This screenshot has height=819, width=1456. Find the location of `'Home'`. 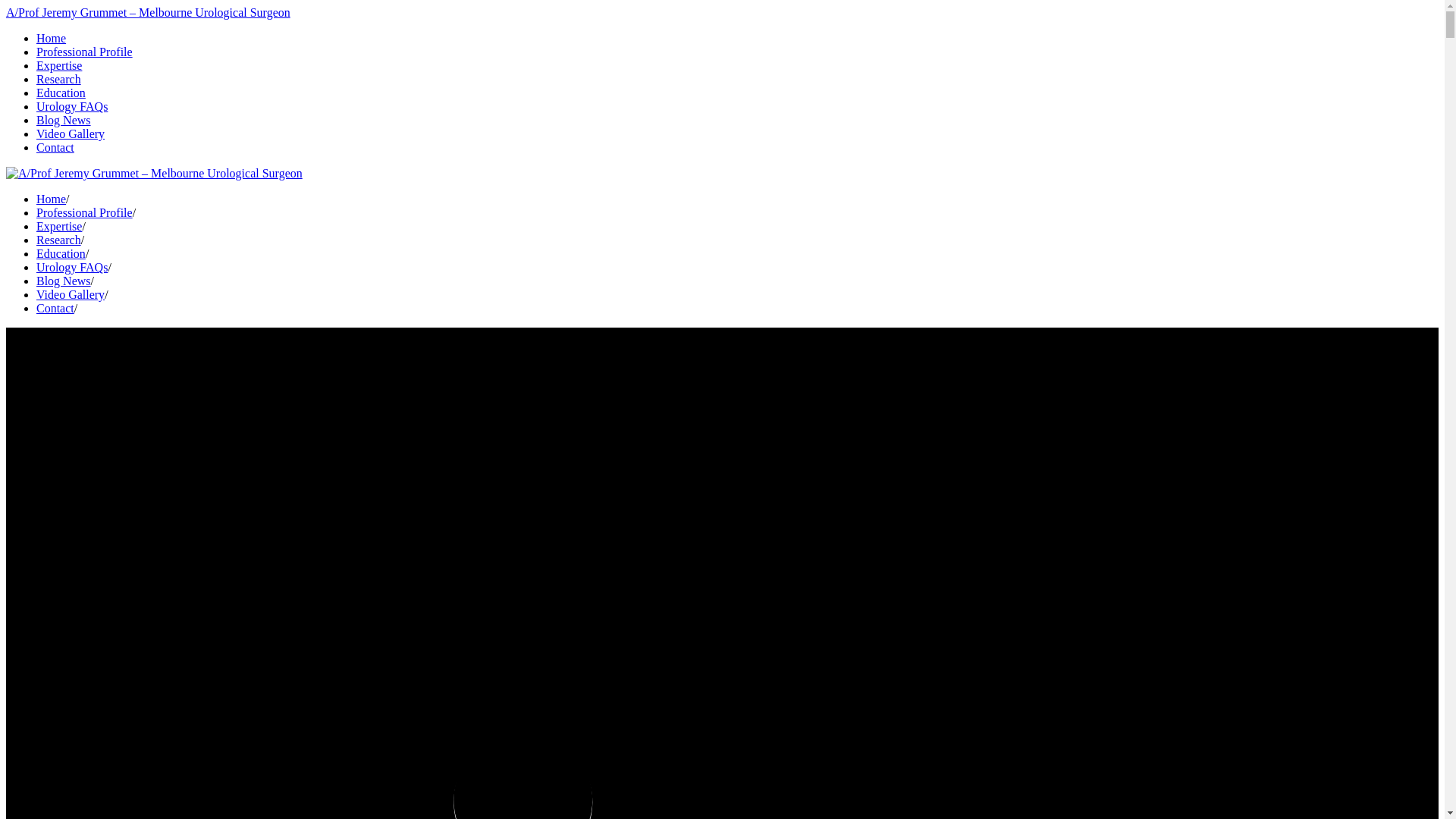

'Home' is located at coordinates (51, 198).